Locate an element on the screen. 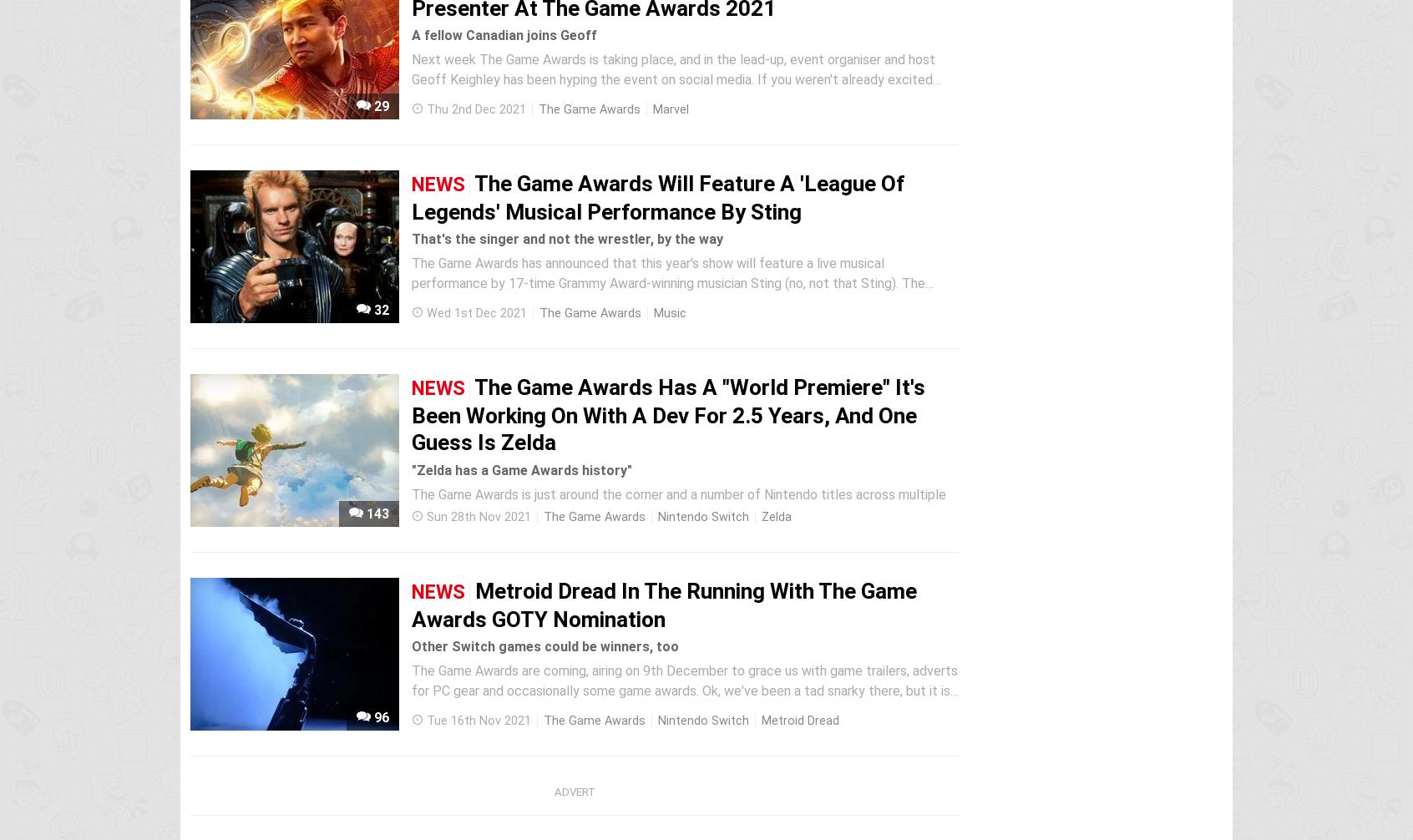 The width and height of the screenshot is (1413, 840). 'Thu 2nd Dec 2021' is located at coordinates (475, 109).